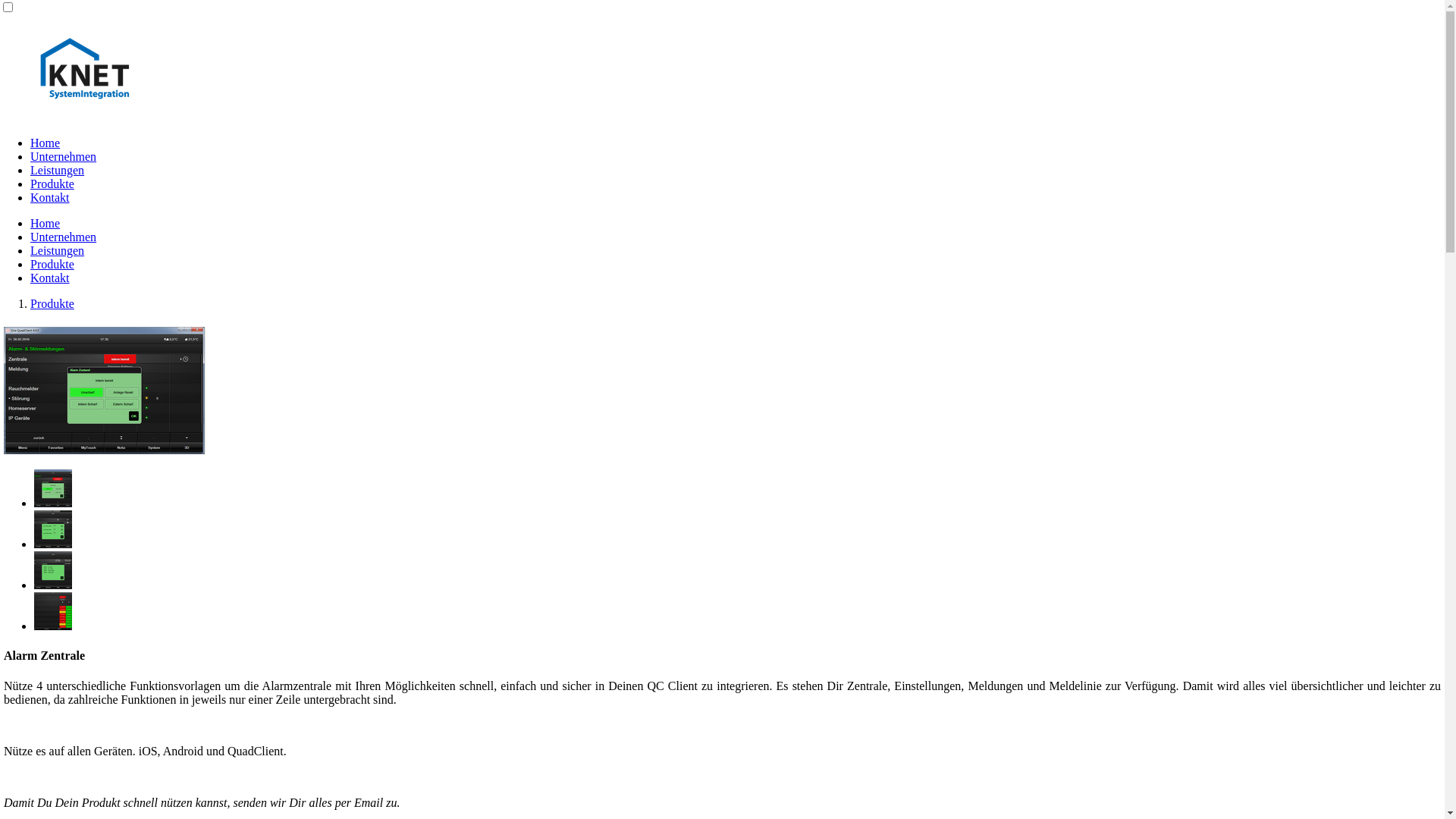 Image resolution: width=1456 pixels, height=819 pixels. I want to click on 'Produkte', so click(52, 263).